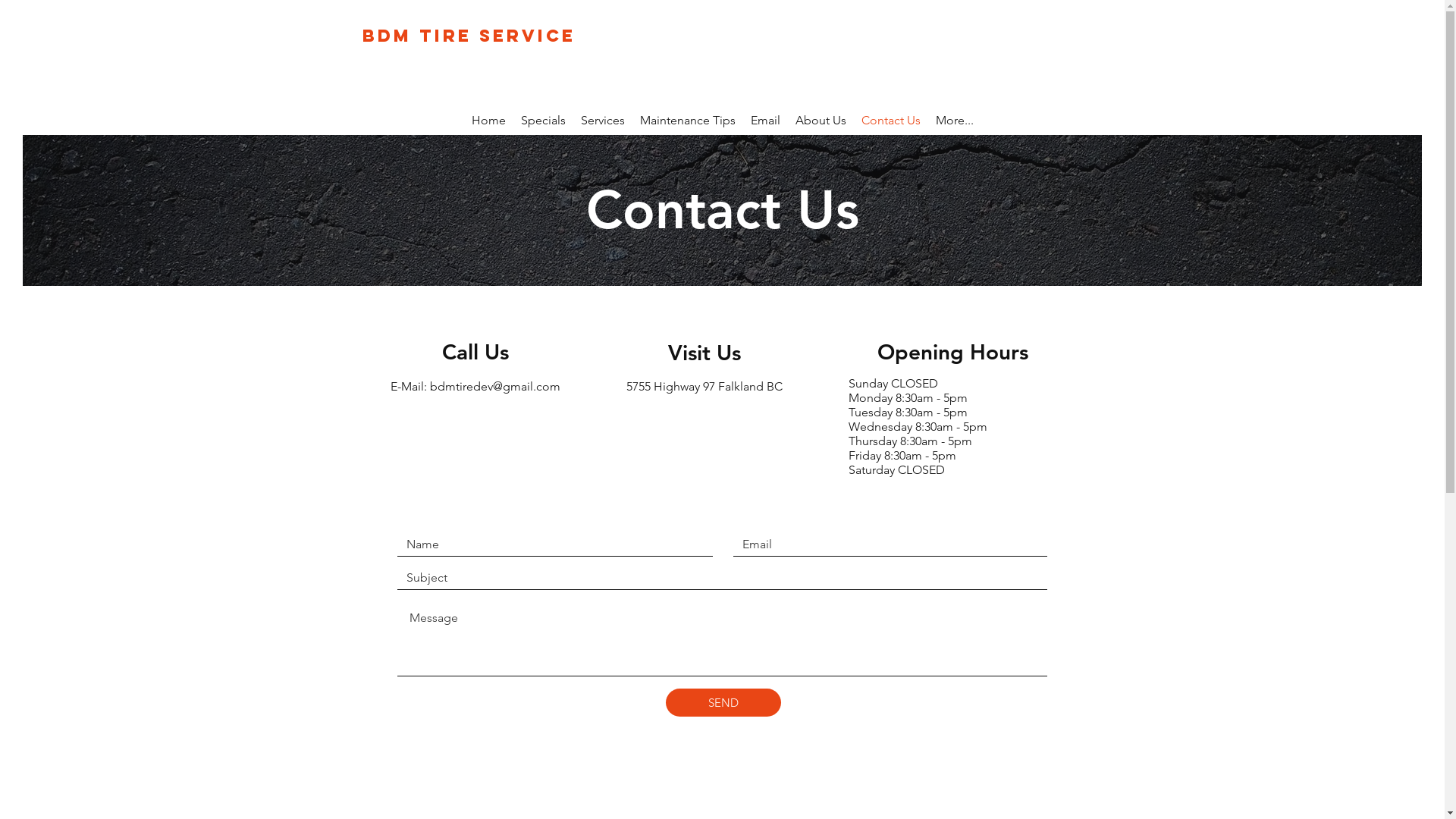 This screenshot has width=1456, height=819. I want to click on 'E-Mail: bdmtiredev@gmail.com', so click(389, 385).